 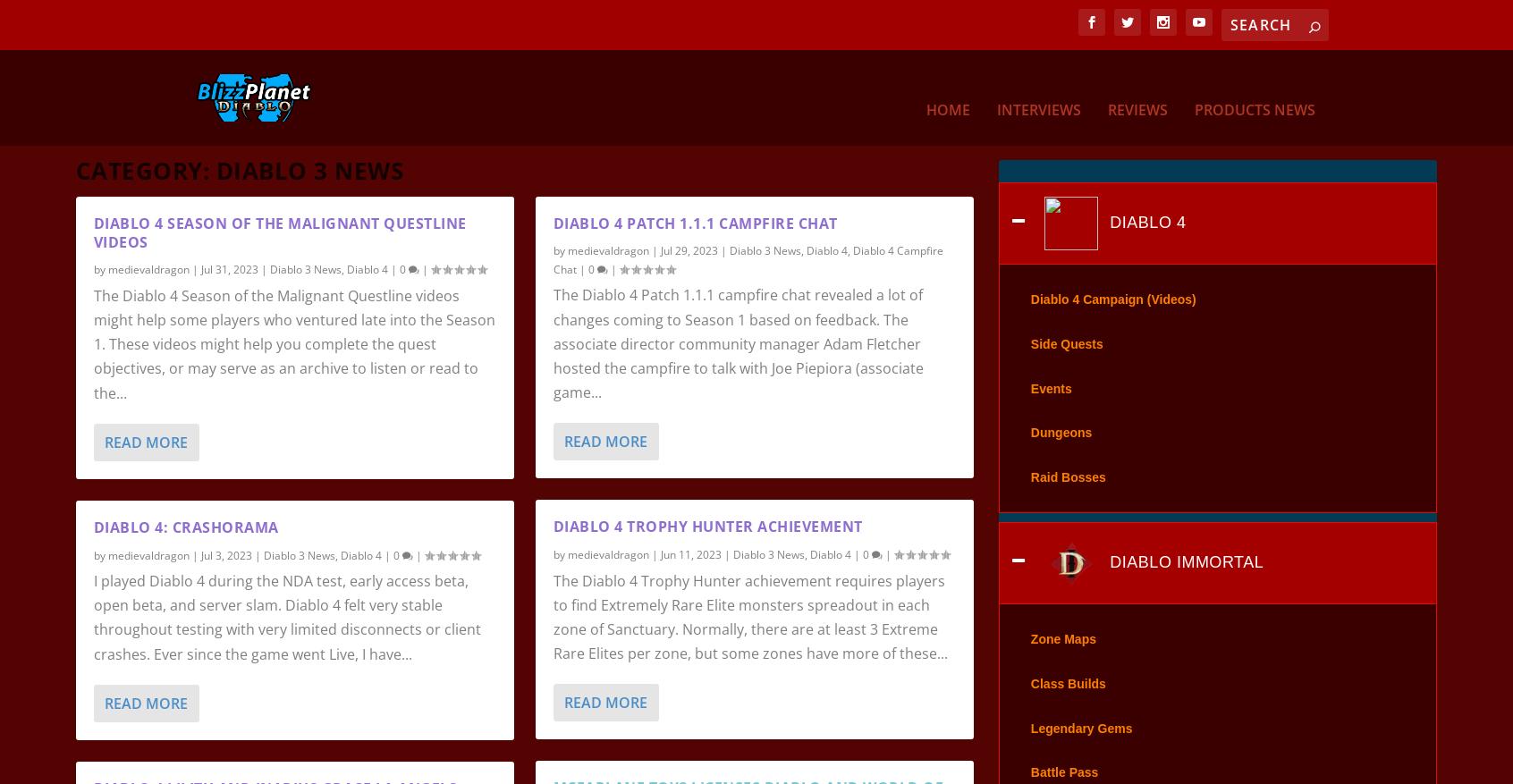 I want to click on 'Side Quests', so click(x=1065, y=367).